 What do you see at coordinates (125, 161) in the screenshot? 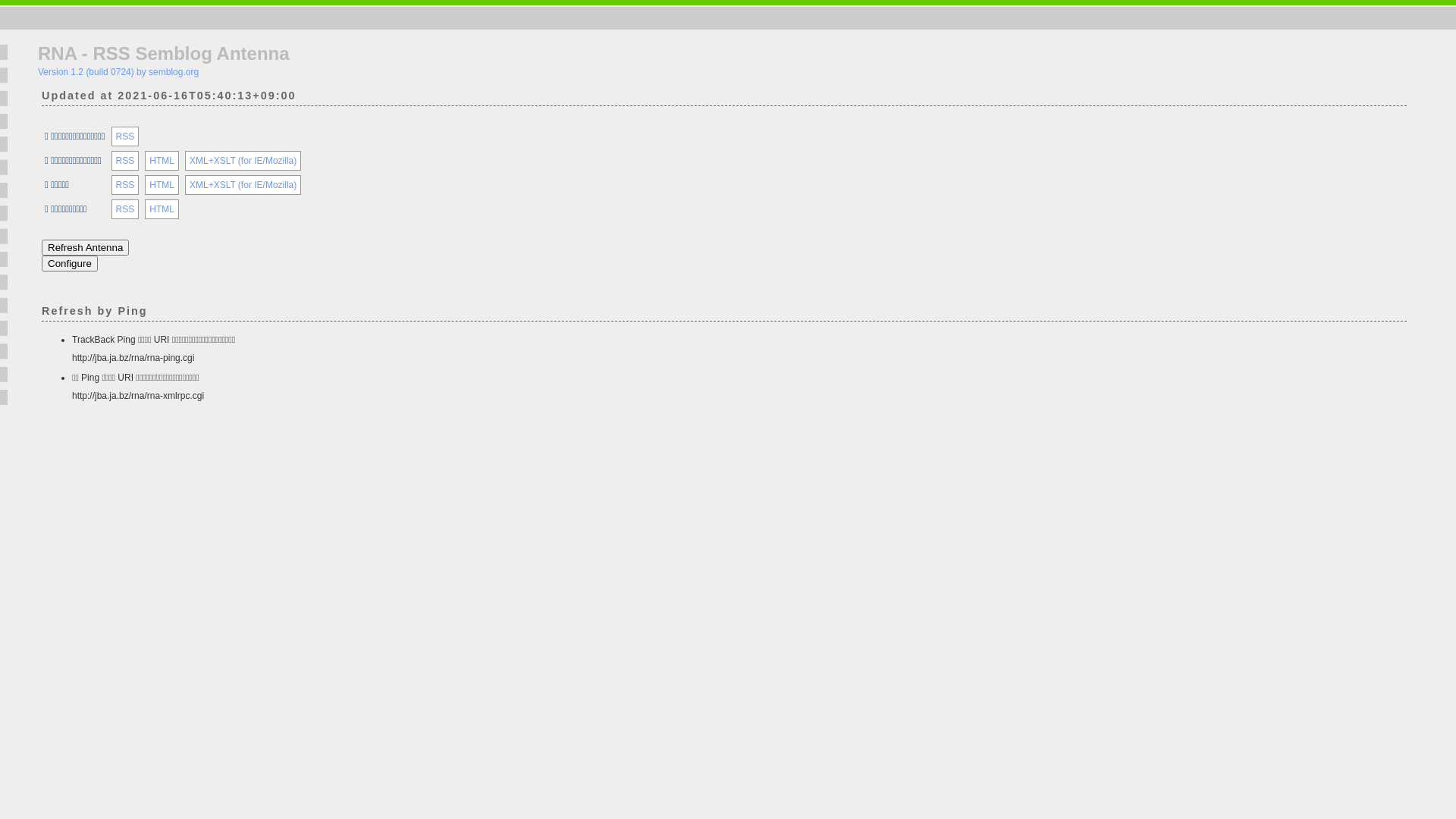
I see `'RSS'` at bounding box center [125, 161].